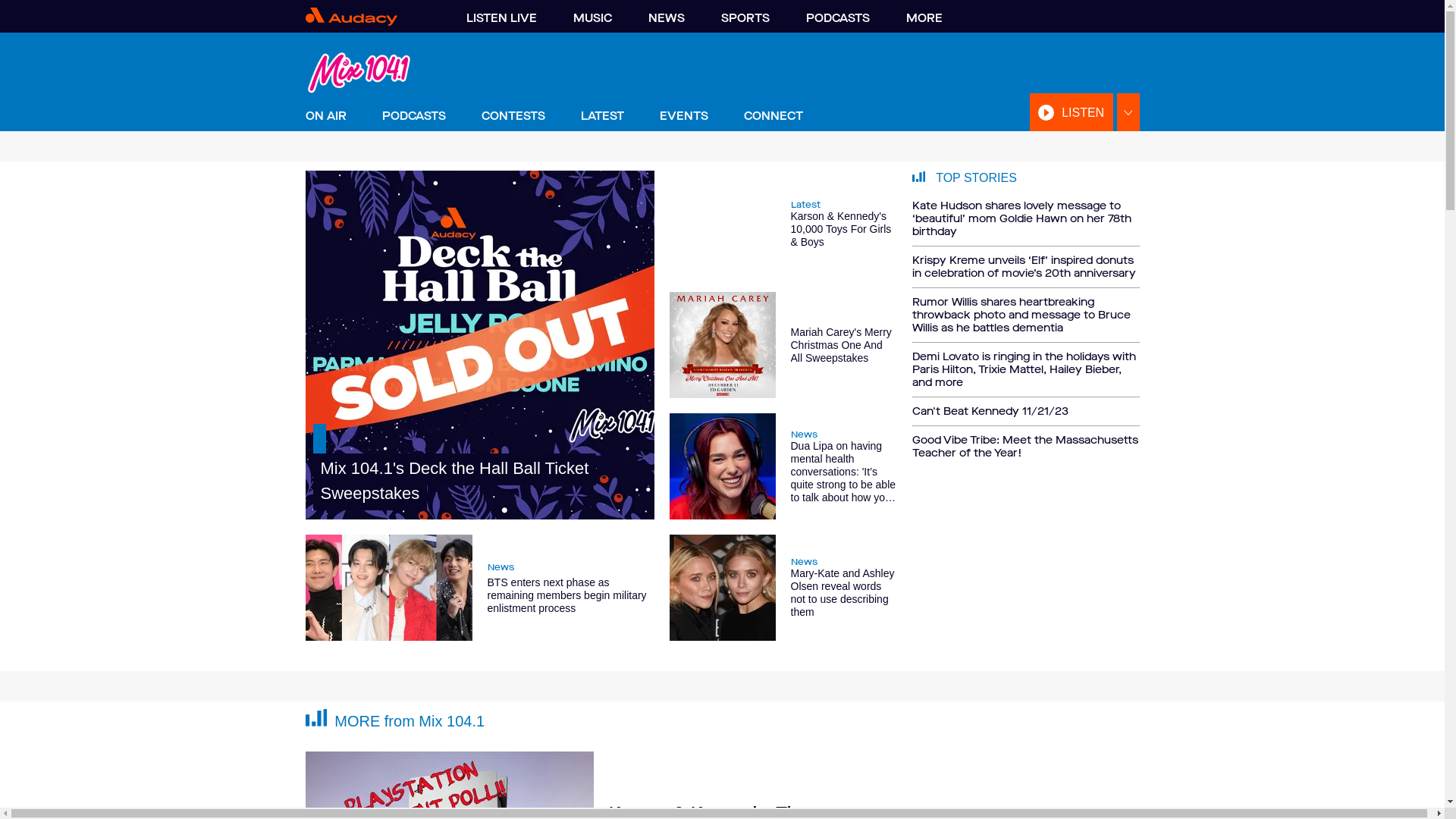  I want to click on 'CONTESTS', so click(479, 115).